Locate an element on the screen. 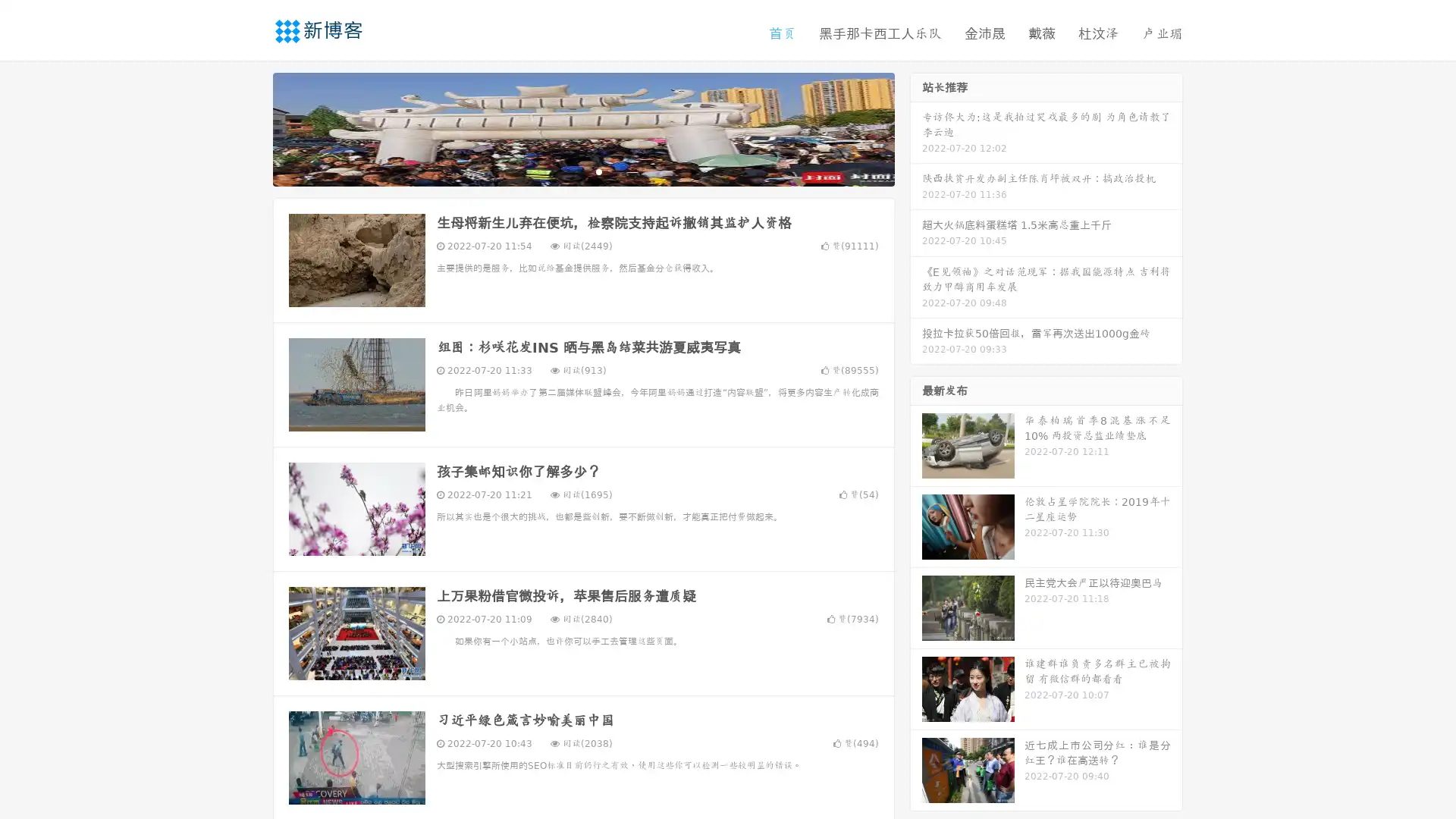 The height and width of the screenshot is (819, 1456). Go to slide 3 is located at coordinates (598, 171).